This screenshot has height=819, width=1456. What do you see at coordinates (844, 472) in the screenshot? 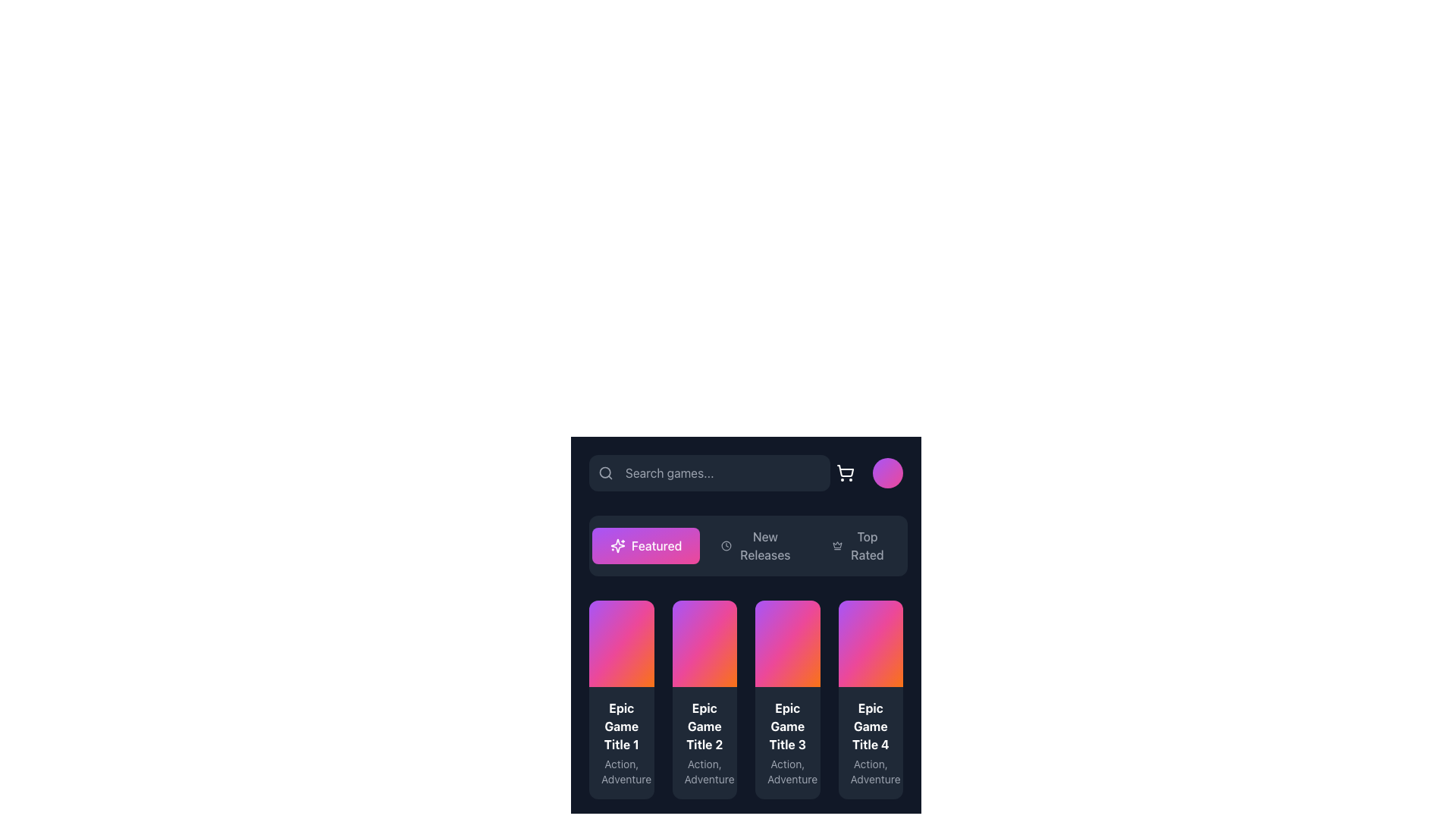
I see `the shopping cart icon with a thin, white outline against a dark blue background` at bounding box center [844, 472].